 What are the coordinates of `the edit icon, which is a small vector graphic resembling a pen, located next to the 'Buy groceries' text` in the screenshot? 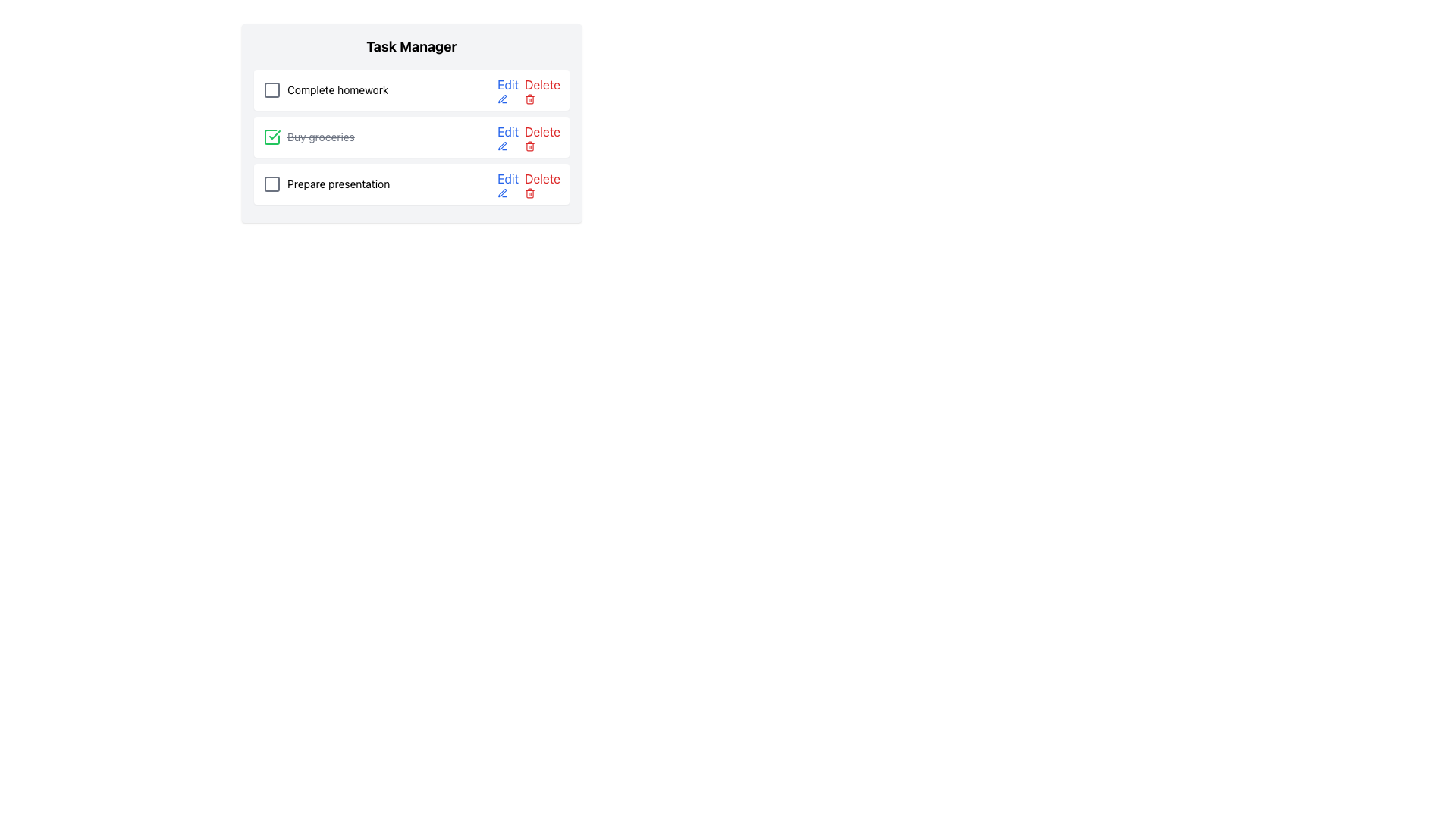 It's located at (502, 192).